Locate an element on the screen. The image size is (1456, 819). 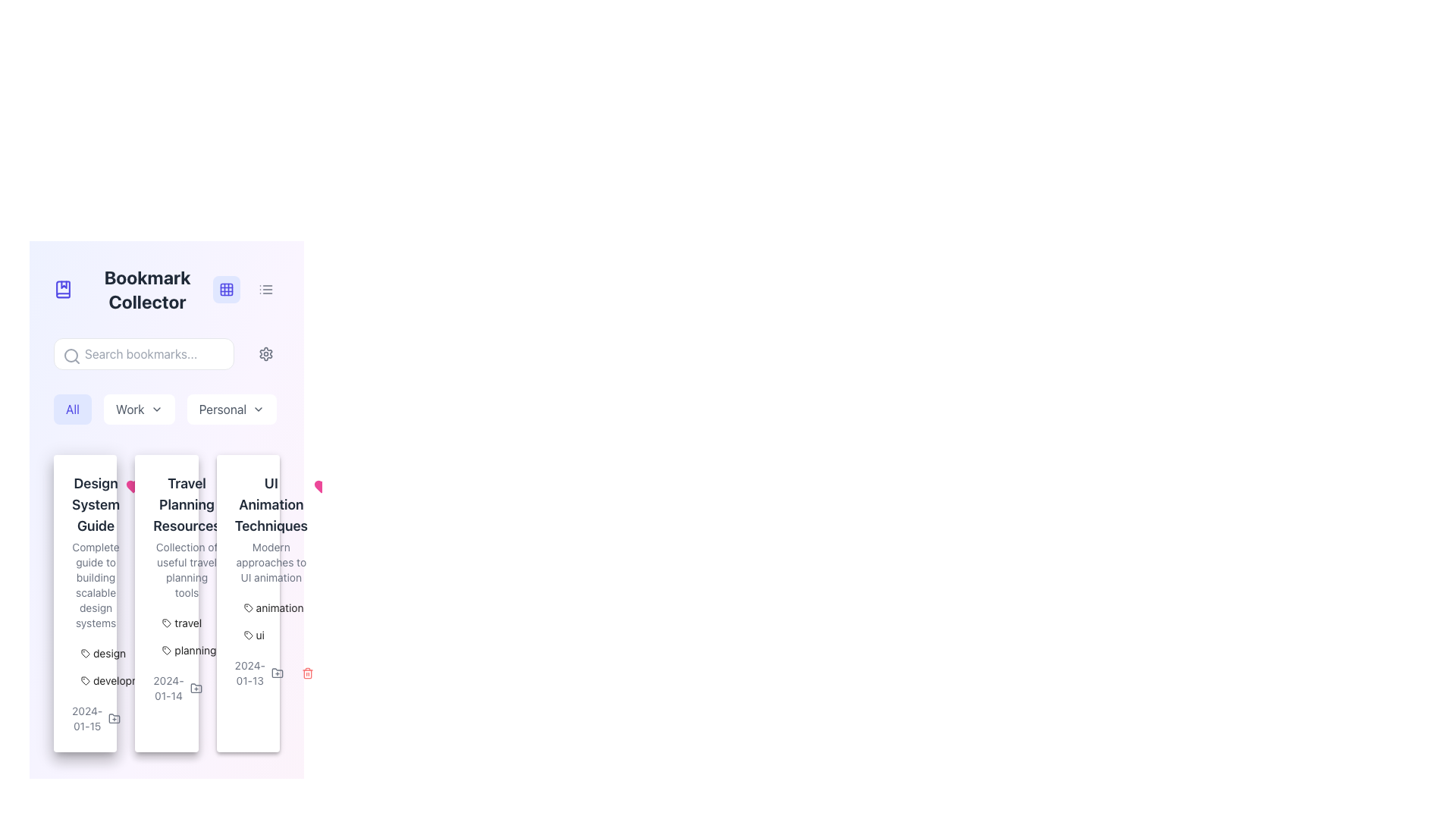
the icon with a rounded tag shape and a small circular cutout, located to the left of the text 'animation' within the pill-shaped badge under the 'UI Animation Techniques' card is located at coordinates (248, 607).